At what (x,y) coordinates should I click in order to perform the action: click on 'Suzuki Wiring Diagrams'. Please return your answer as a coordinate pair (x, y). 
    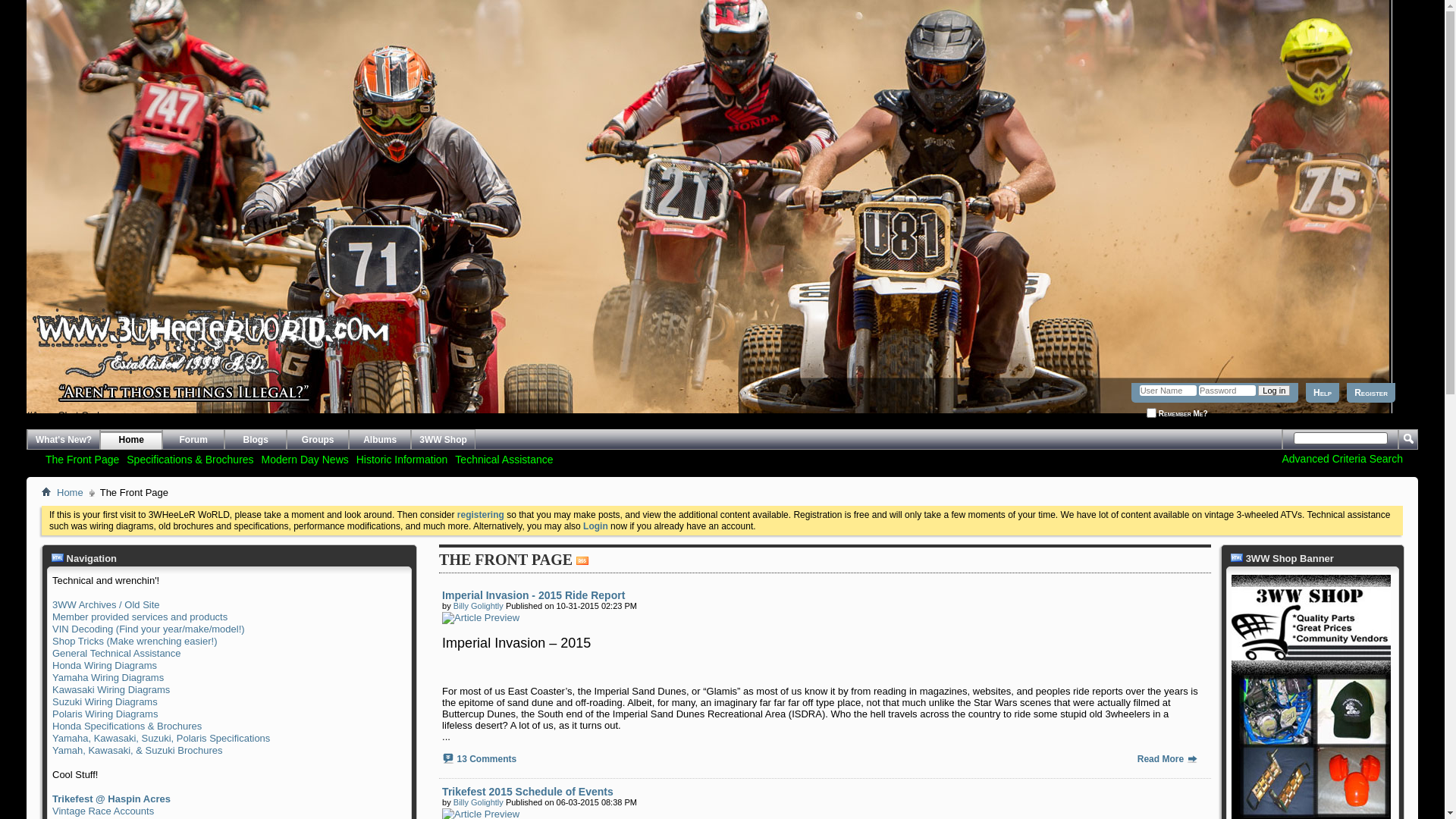
    Looking at the image, I should click on (52, 701).